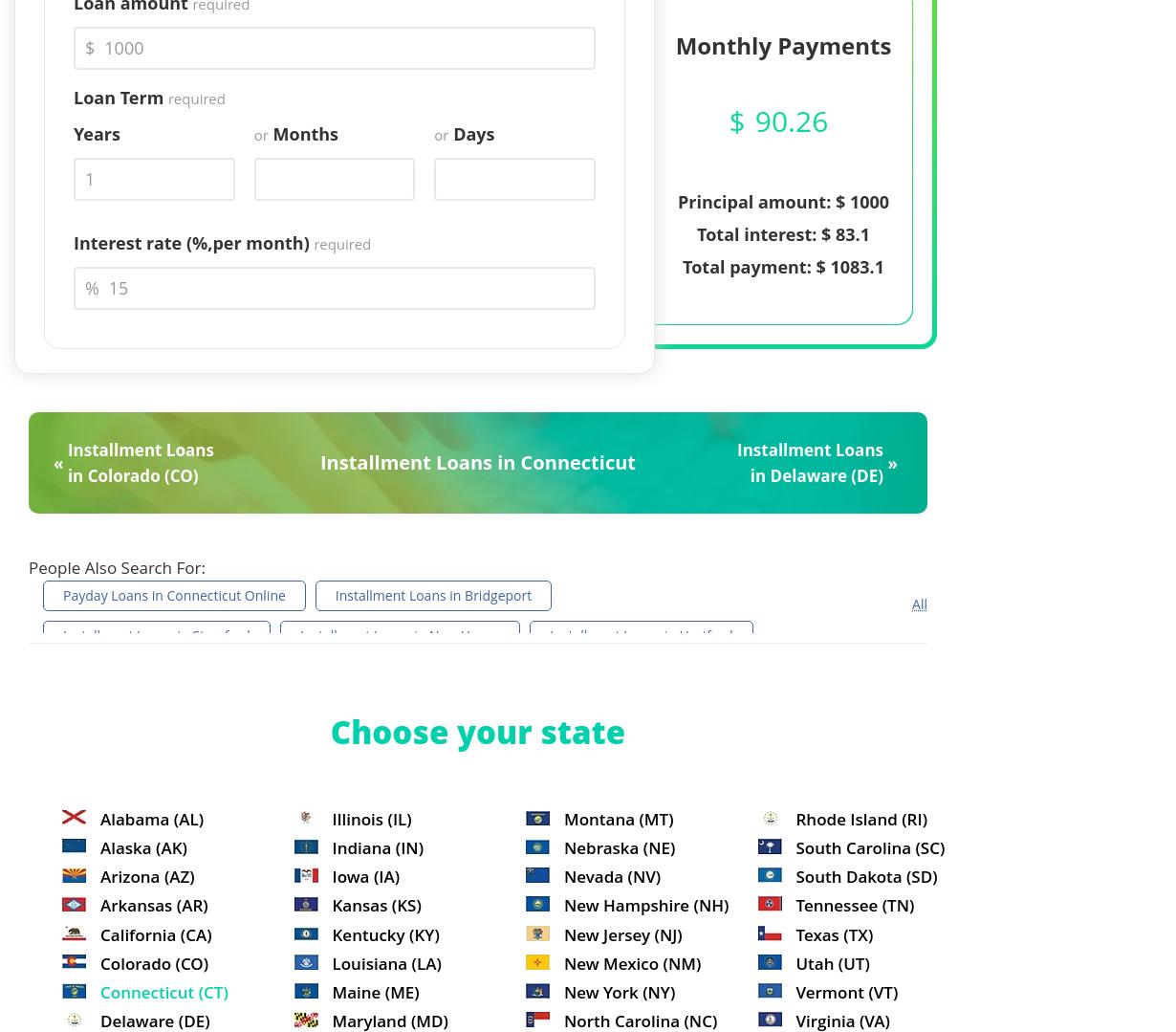  I want to click on 'All', so click(918, 602).